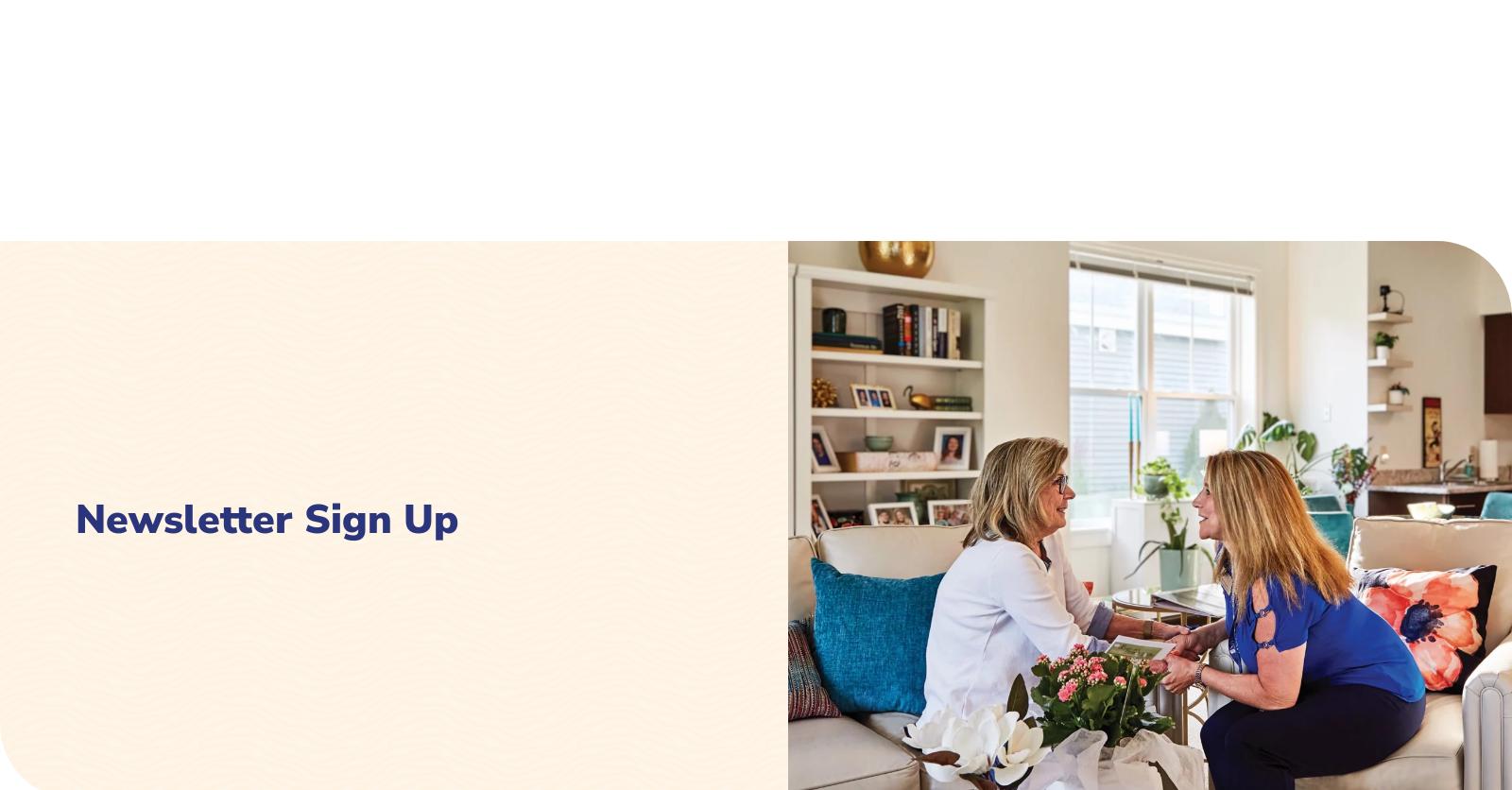  I want to click on 'Newsletter Sign Up', so click(1126, 509).